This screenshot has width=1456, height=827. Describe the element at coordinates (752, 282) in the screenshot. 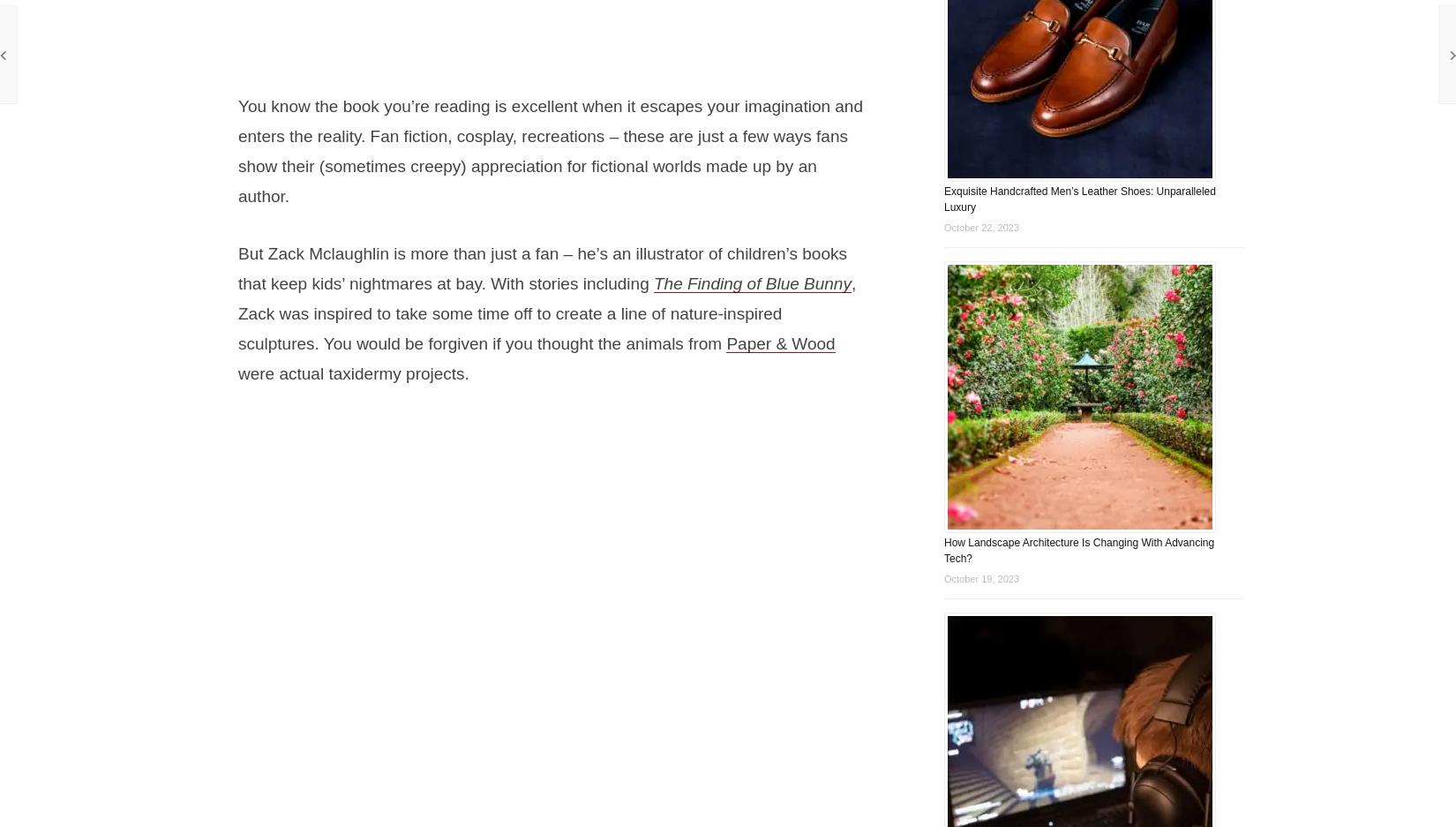

I see `'The Finding of Blue Bunny'` at that location.